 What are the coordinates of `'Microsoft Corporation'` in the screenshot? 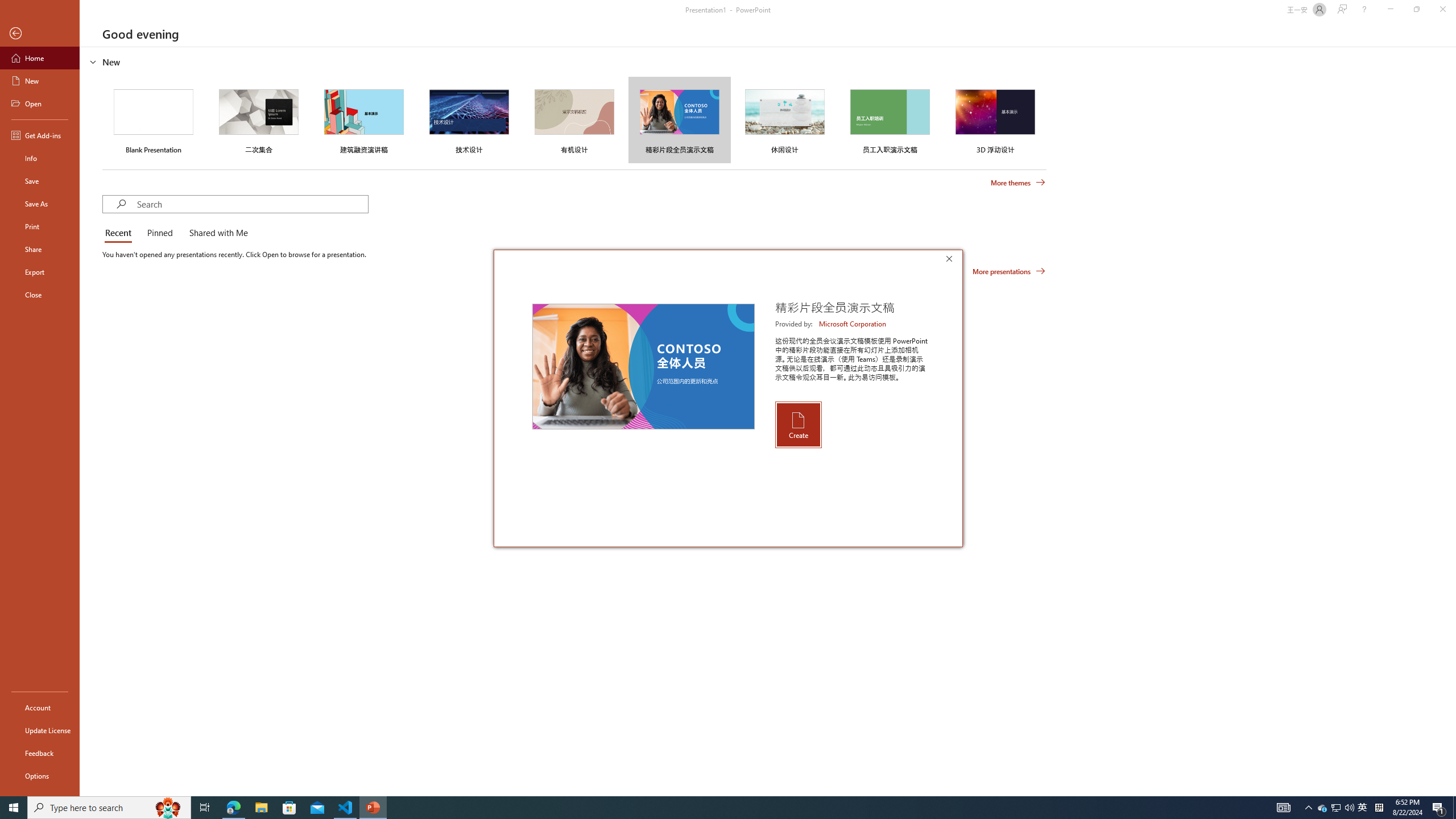 It's located at (853, 323).